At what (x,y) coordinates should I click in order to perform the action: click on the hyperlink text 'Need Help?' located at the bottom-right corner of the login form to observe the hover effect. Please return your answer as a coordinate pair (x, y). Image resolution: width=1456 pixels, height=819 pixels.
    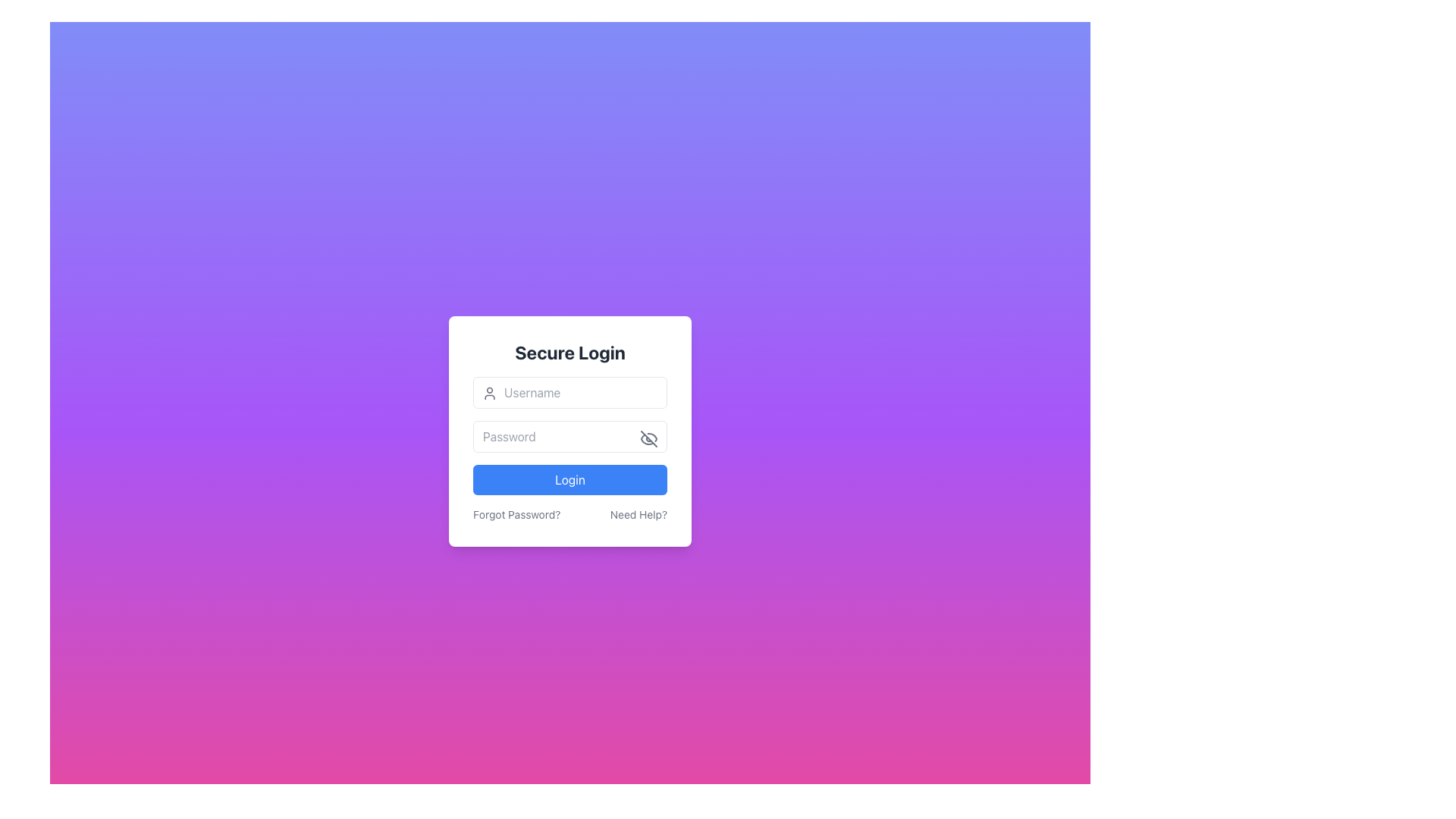
    Looking at the image, I should click on (639, 513).